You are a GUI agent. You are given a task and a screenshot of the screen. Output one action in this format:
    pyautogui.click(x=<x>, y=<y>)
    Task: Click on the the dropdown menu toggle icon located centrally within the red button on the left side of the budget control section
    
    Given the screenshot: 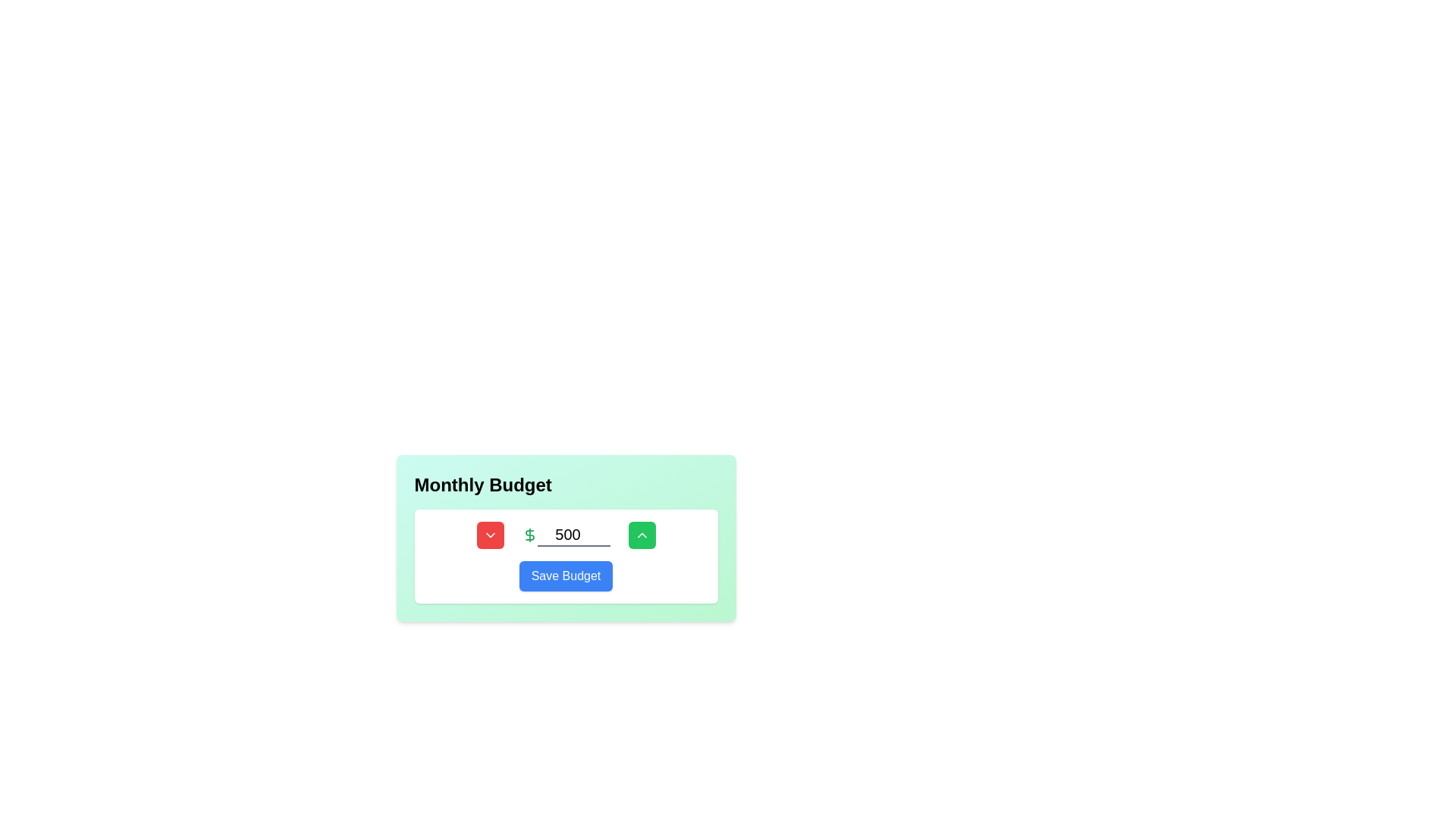 What is the action you would take?
    pyautogui.click(x=490, y=534)
    